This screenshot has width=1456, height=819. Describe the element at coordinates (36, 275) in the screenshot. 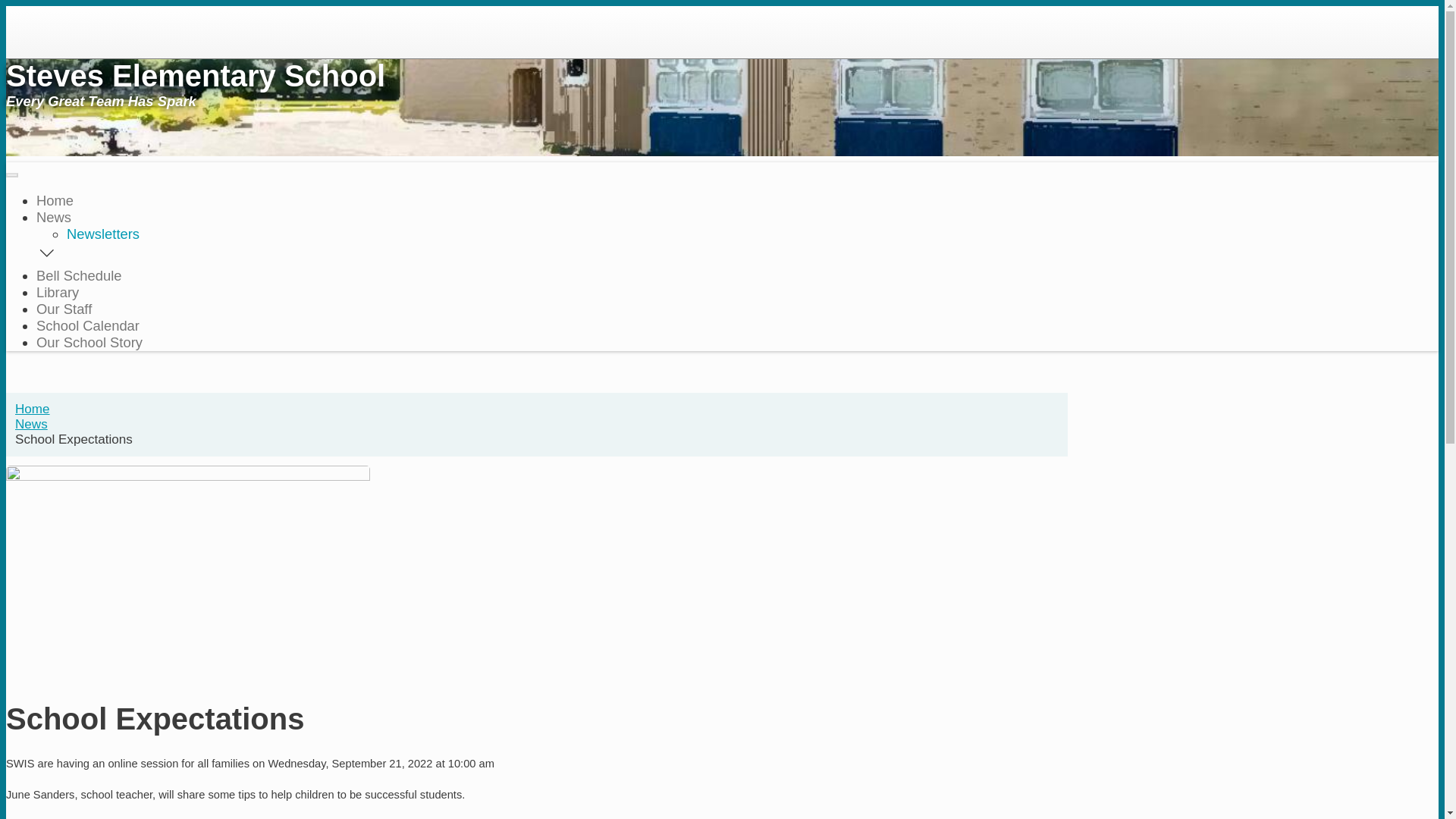

I see `'Bell Schedule'` at that location.